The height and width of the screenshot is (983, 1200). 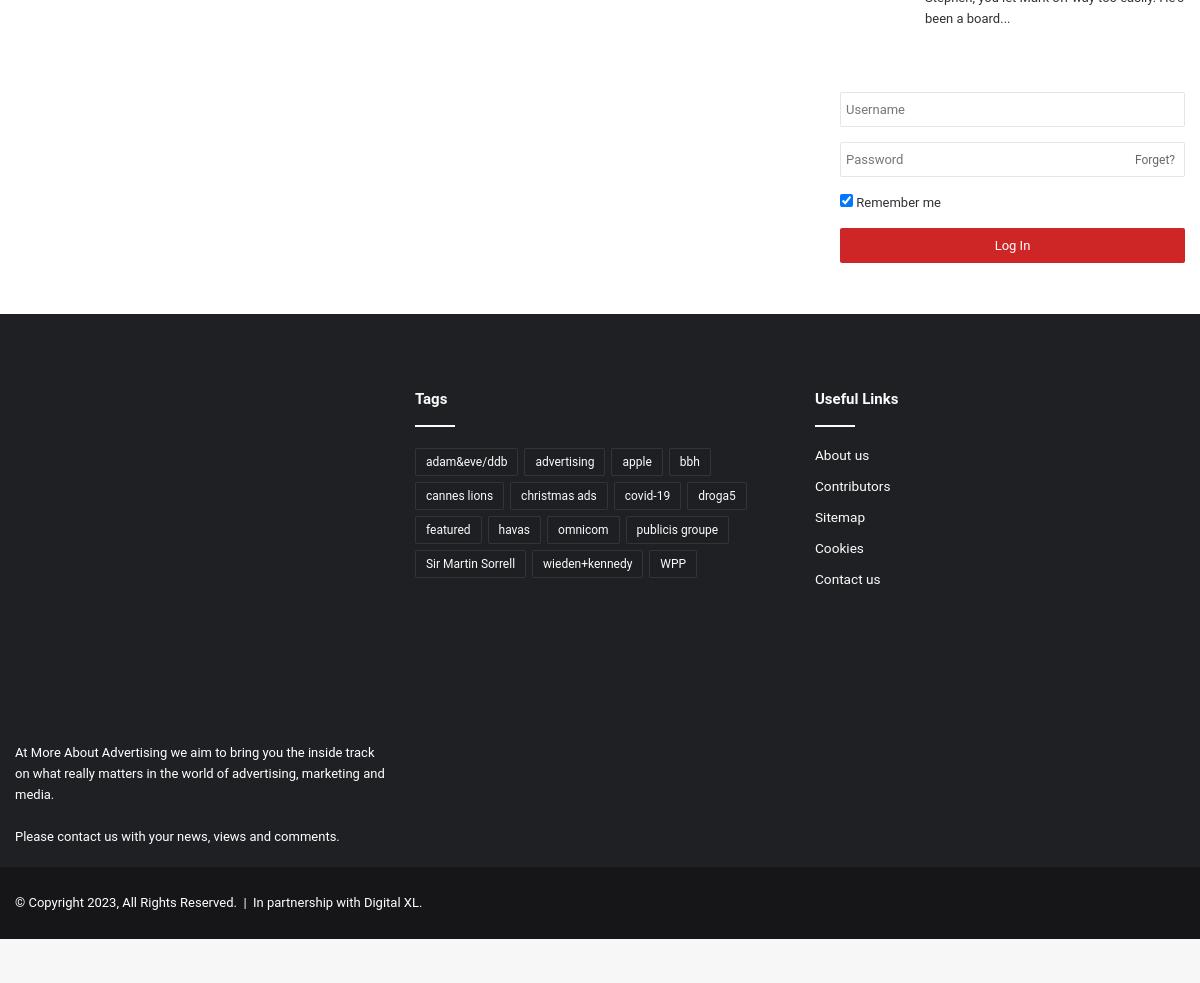 I want to click on 'christmas ads', so click(x=557, y=495).